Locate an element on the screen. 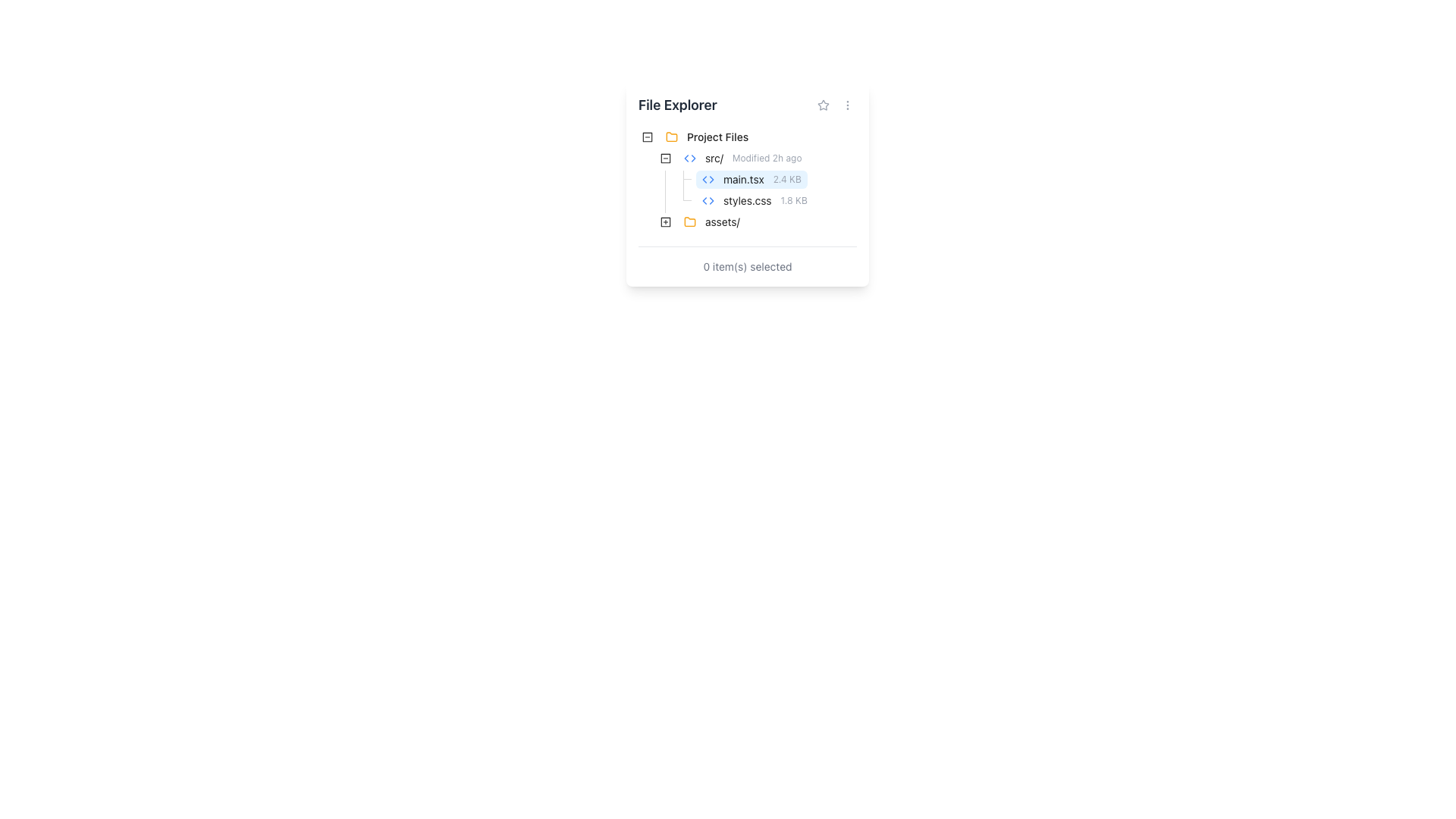  the 'Project Files' text label is located at coordinates (712, 137).